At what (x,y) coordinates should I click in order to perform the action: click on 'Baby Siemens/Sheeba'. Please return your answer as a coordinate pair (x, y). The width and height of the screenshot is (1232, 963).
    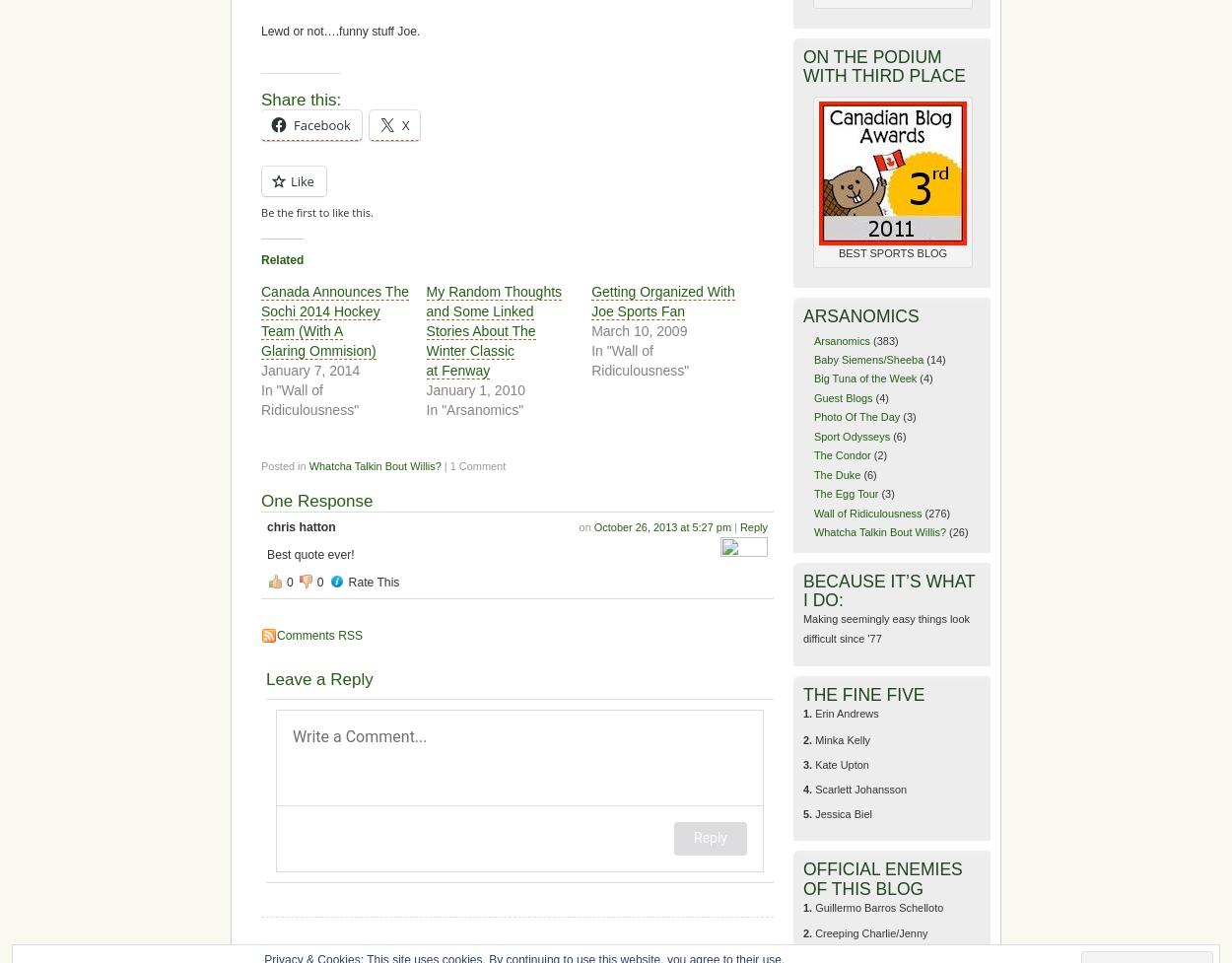
    Looking at the image, I should click on (868, 360).